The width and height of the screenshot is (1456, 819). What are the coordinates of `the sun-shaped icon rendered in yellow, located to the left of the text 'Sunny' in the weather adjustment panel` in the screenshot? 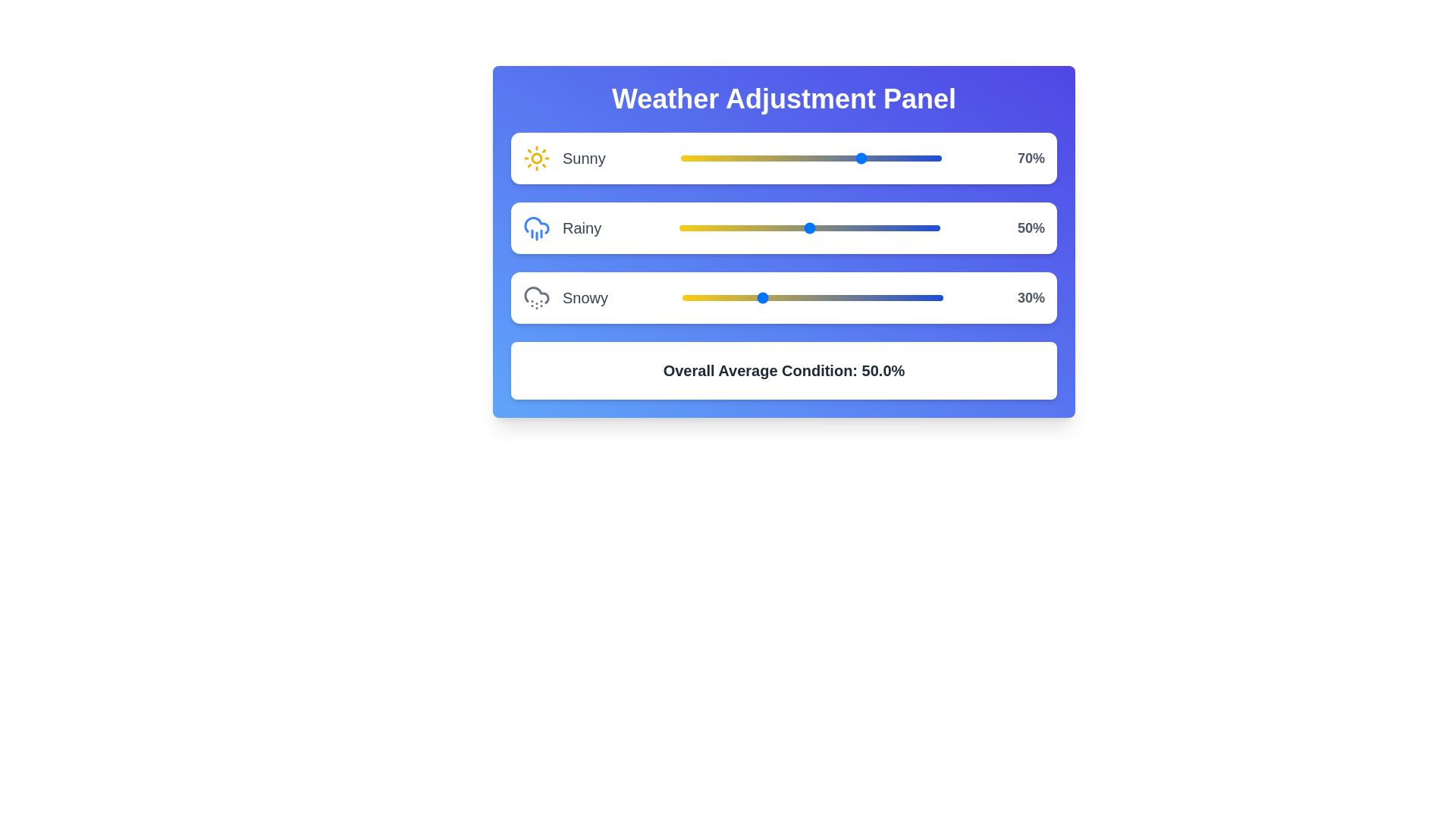 It's located at (537, 158).